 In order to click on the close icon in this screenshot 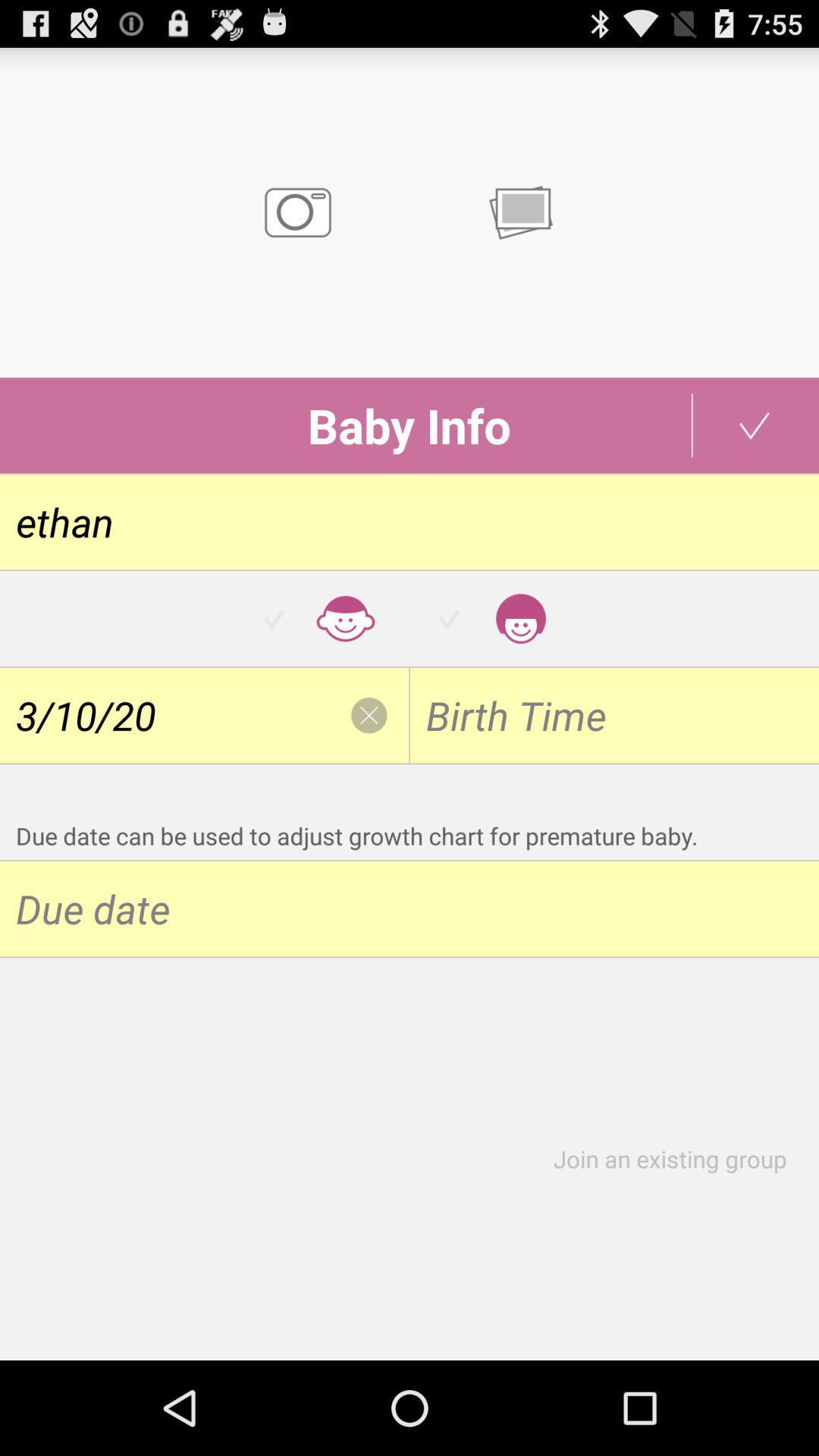, I will do `click(369, 765)`.